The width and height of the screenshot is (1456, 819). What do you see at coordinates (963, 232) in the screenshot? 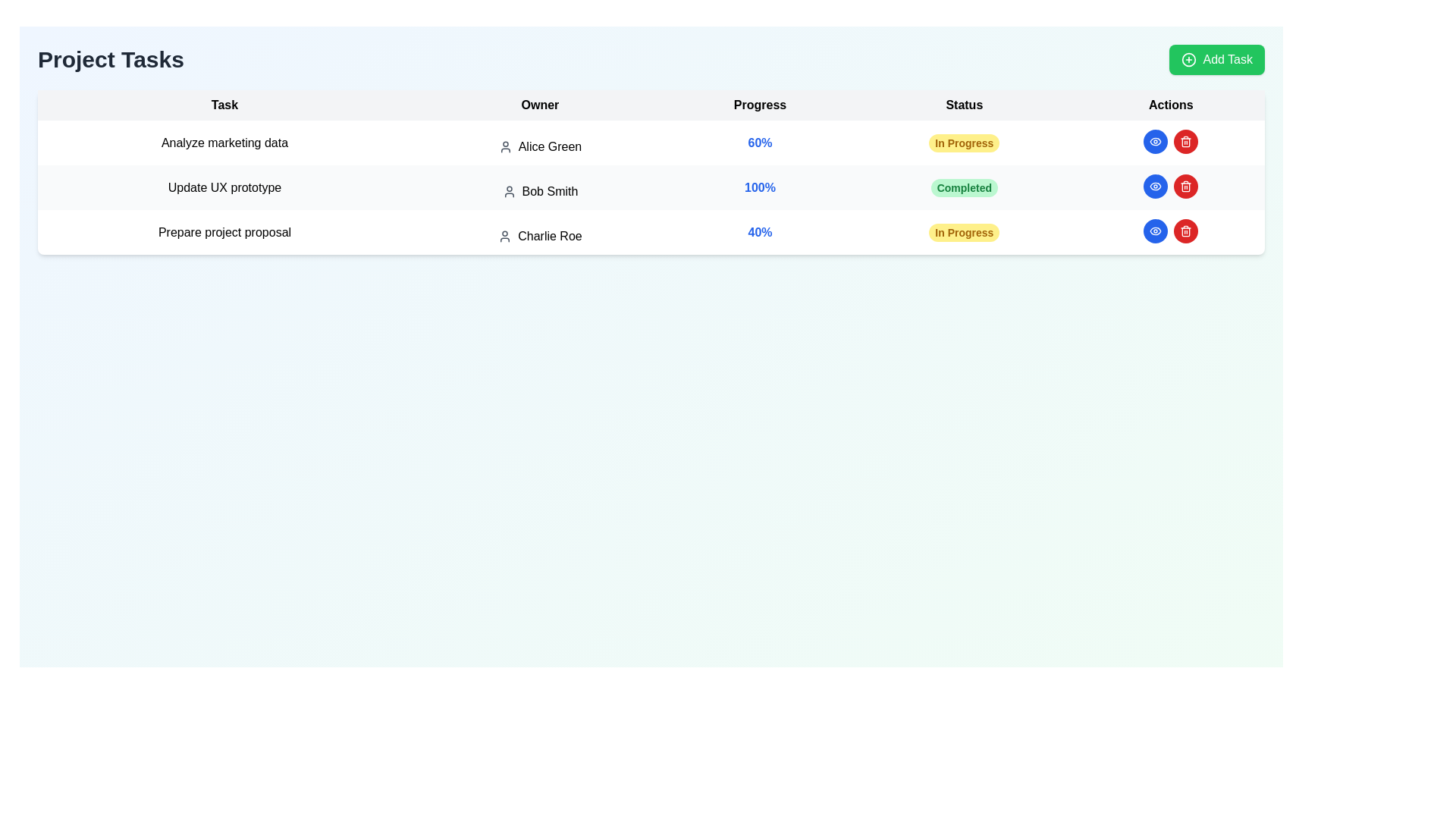
I see `the status indicator label for the task labeled 'Prepare project proposal', which shows the current state as 'In Progress', located in the 'Status' column adjacent to the 'Progress' column value of '40%'` at bounding box center [963, 232].